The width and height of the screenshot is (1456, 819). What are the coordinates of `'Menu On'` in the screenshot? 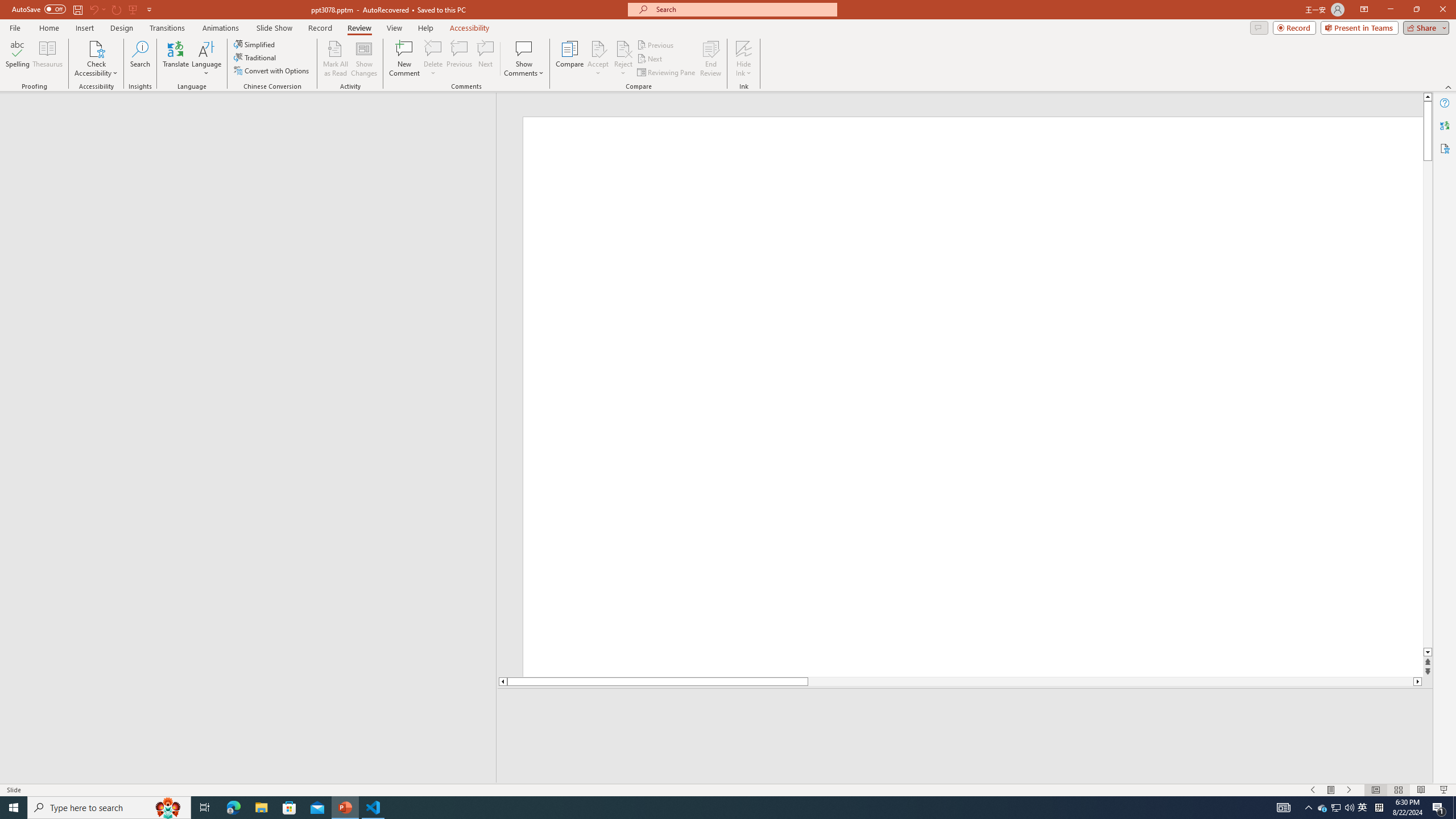 It's located at (1331, 790).